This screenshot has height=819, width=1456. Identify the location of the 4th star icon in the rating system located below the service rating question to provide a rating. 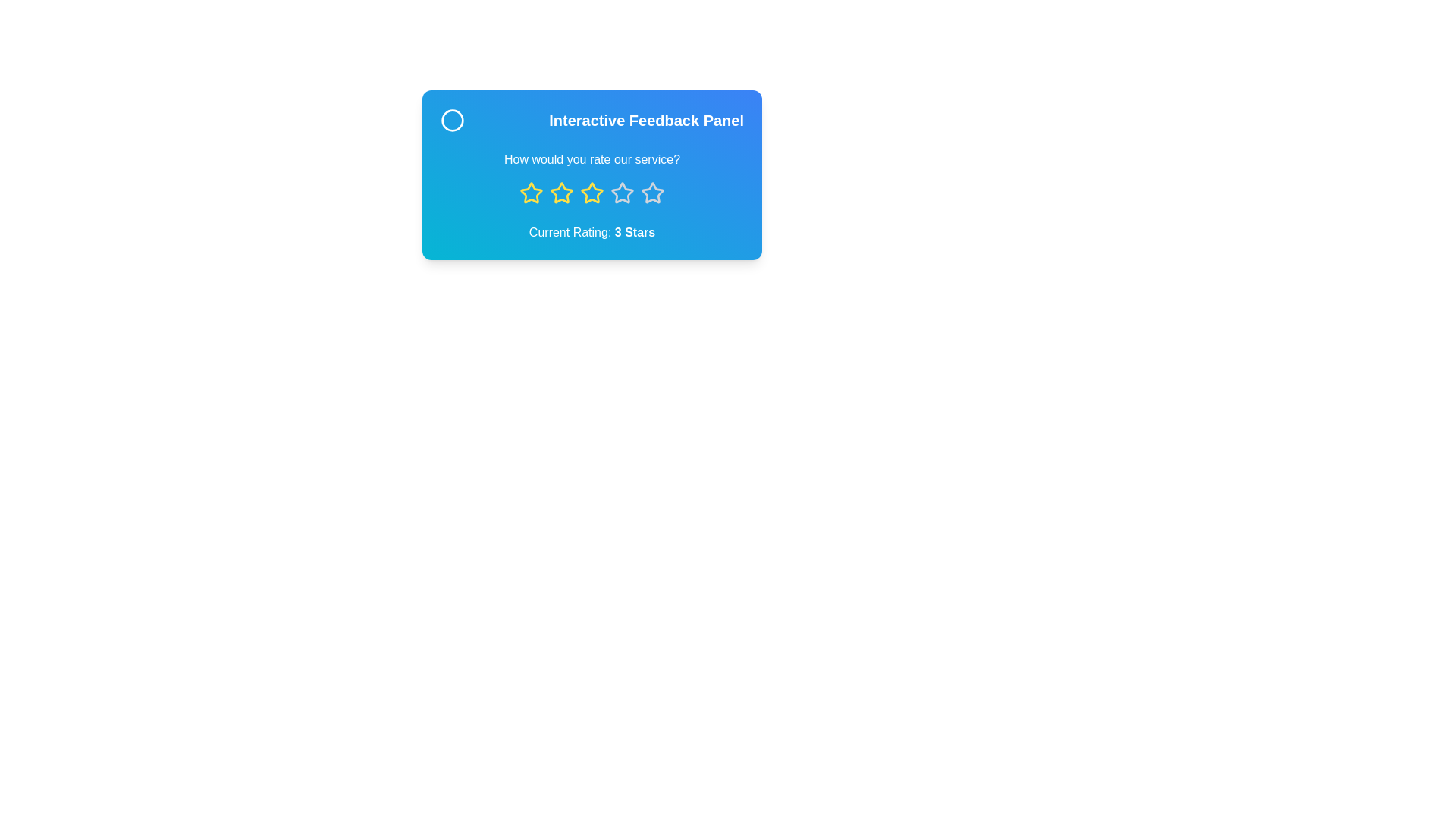
(652, 192).